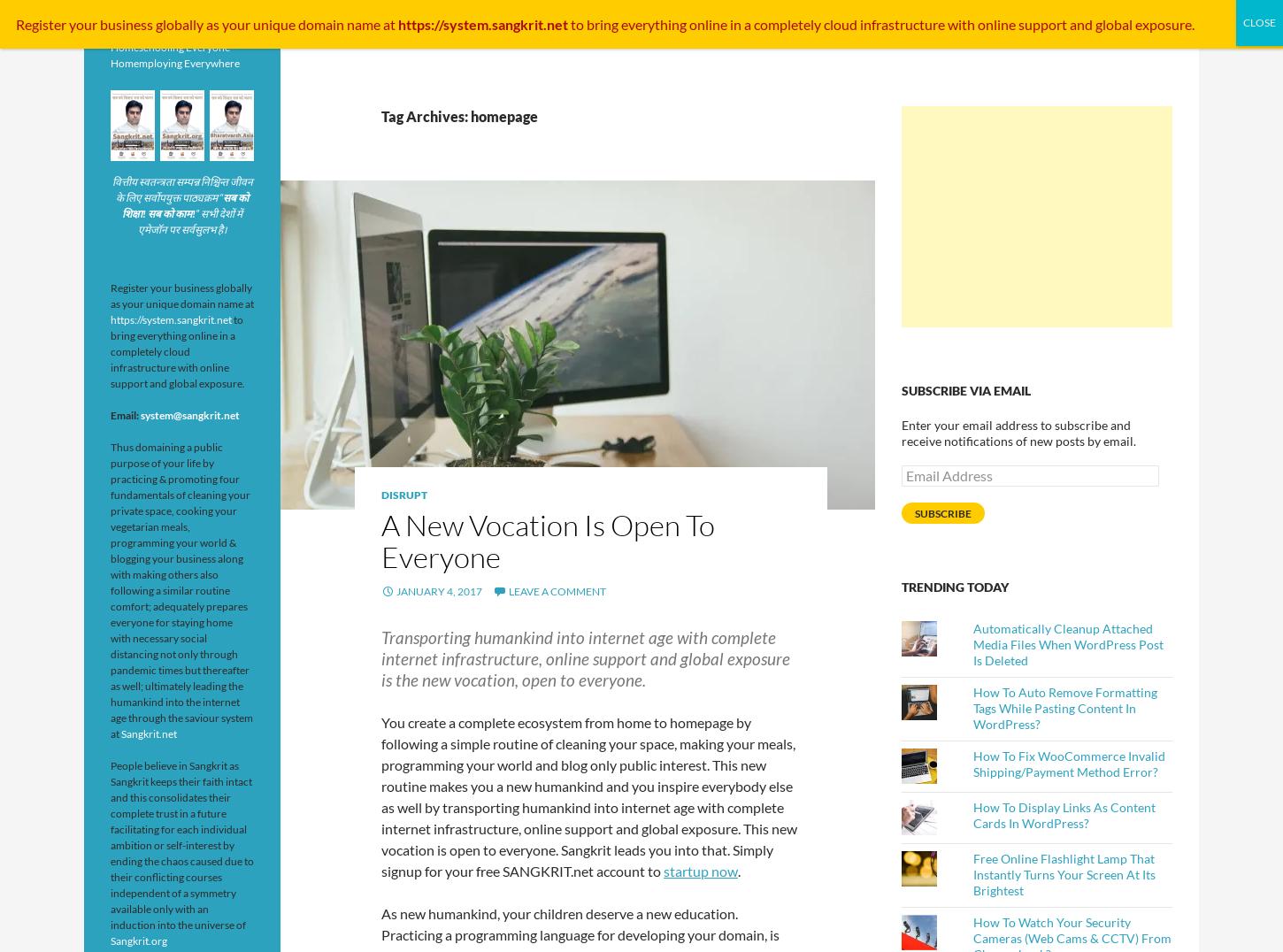  I want to click on 'How To Fix WooCommerce Invalid Shipping/Payment Method Error?', so click(1068, 764).